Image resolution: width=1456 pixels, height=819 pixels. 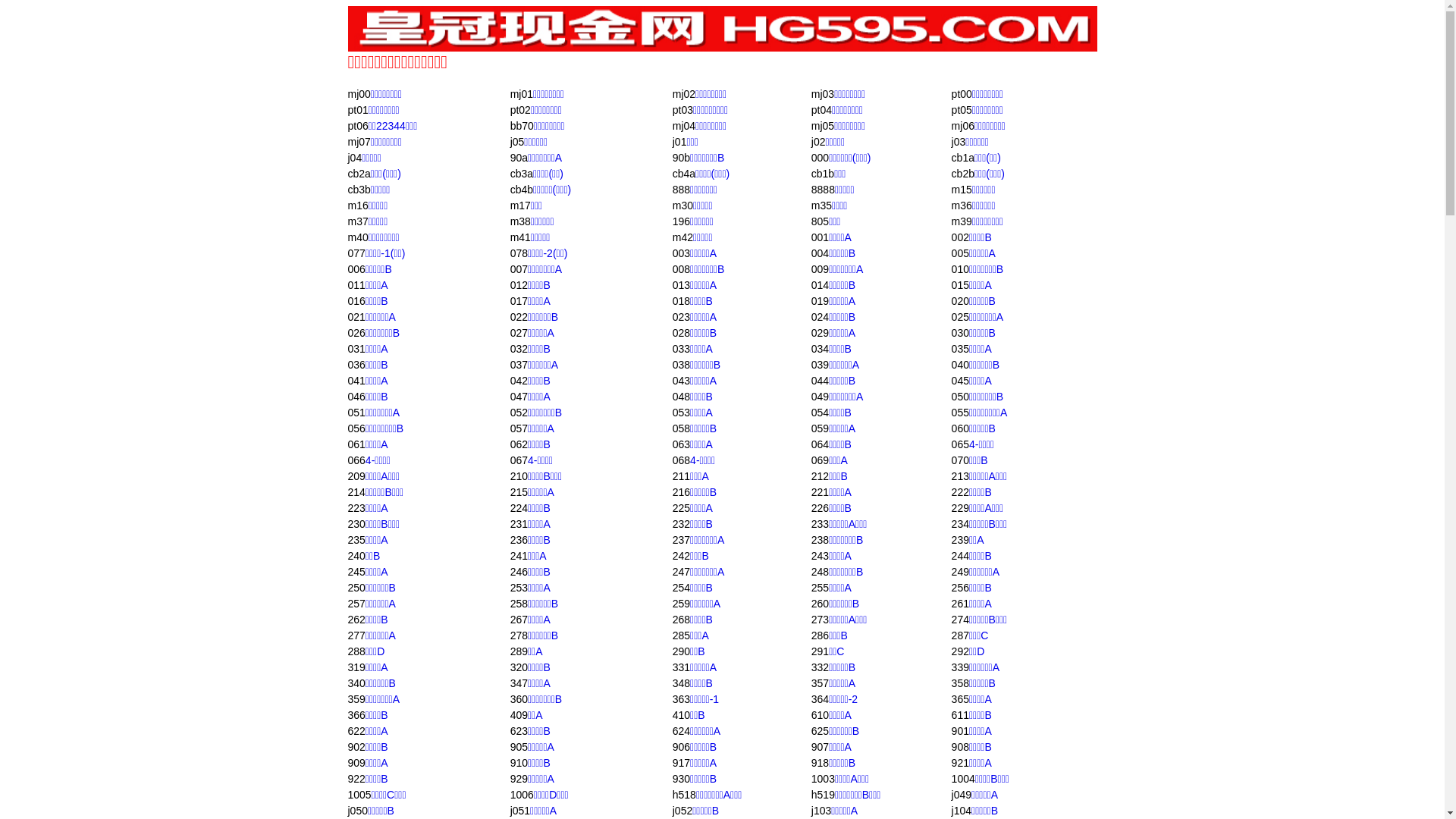 What do you see at coordinates (519, 491) in the screenshot?
I see `'215'` at bounding box center [519, 491].